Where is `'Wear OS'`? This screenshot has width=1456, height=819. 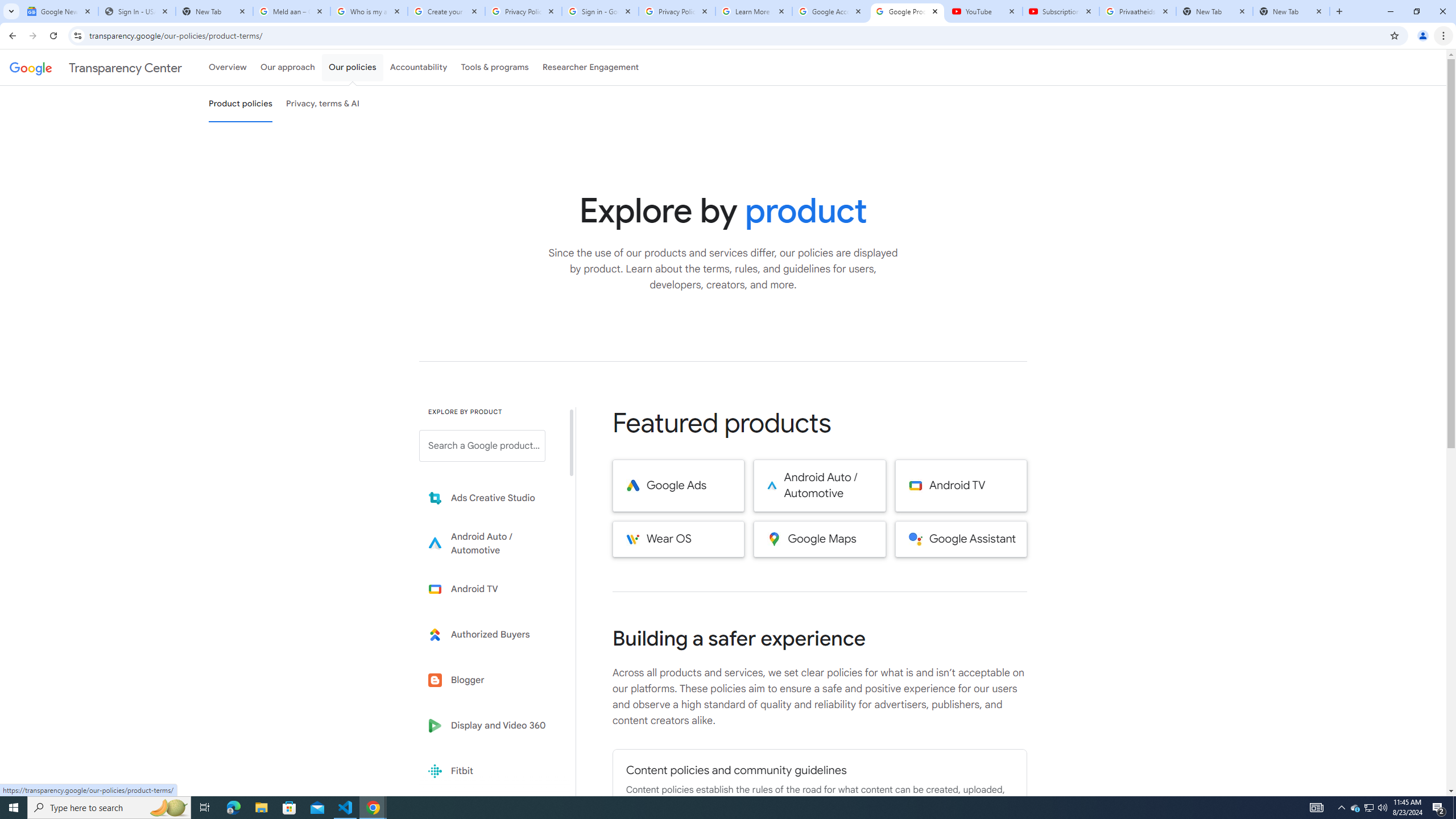
'Wear OS' is located at coordinates (677, 539).